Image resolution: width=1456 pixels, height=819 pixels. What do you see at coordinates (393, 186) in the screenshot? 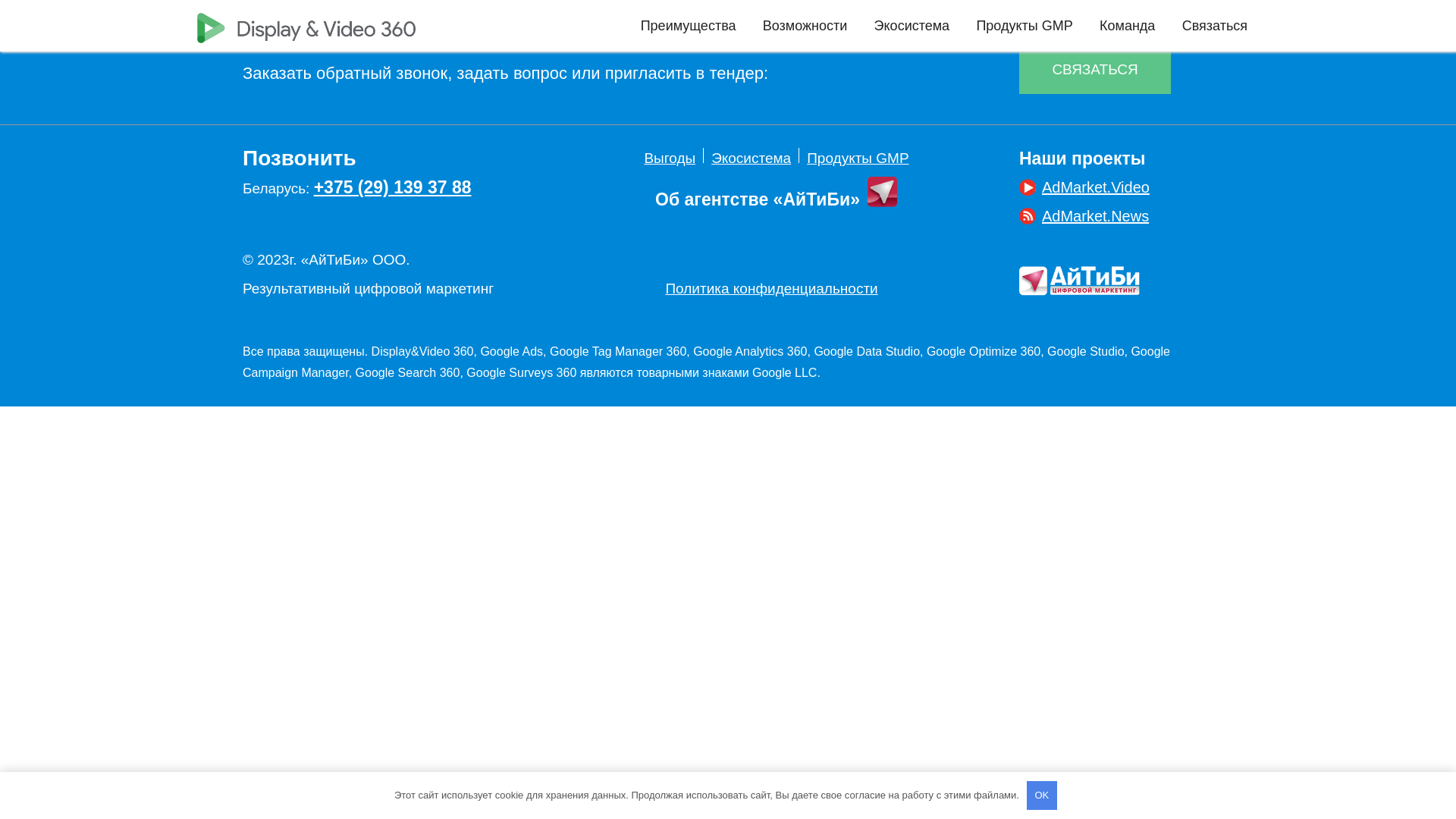
I see `'+375 (29) 139 37 88'` at bounding box center [393, 186].